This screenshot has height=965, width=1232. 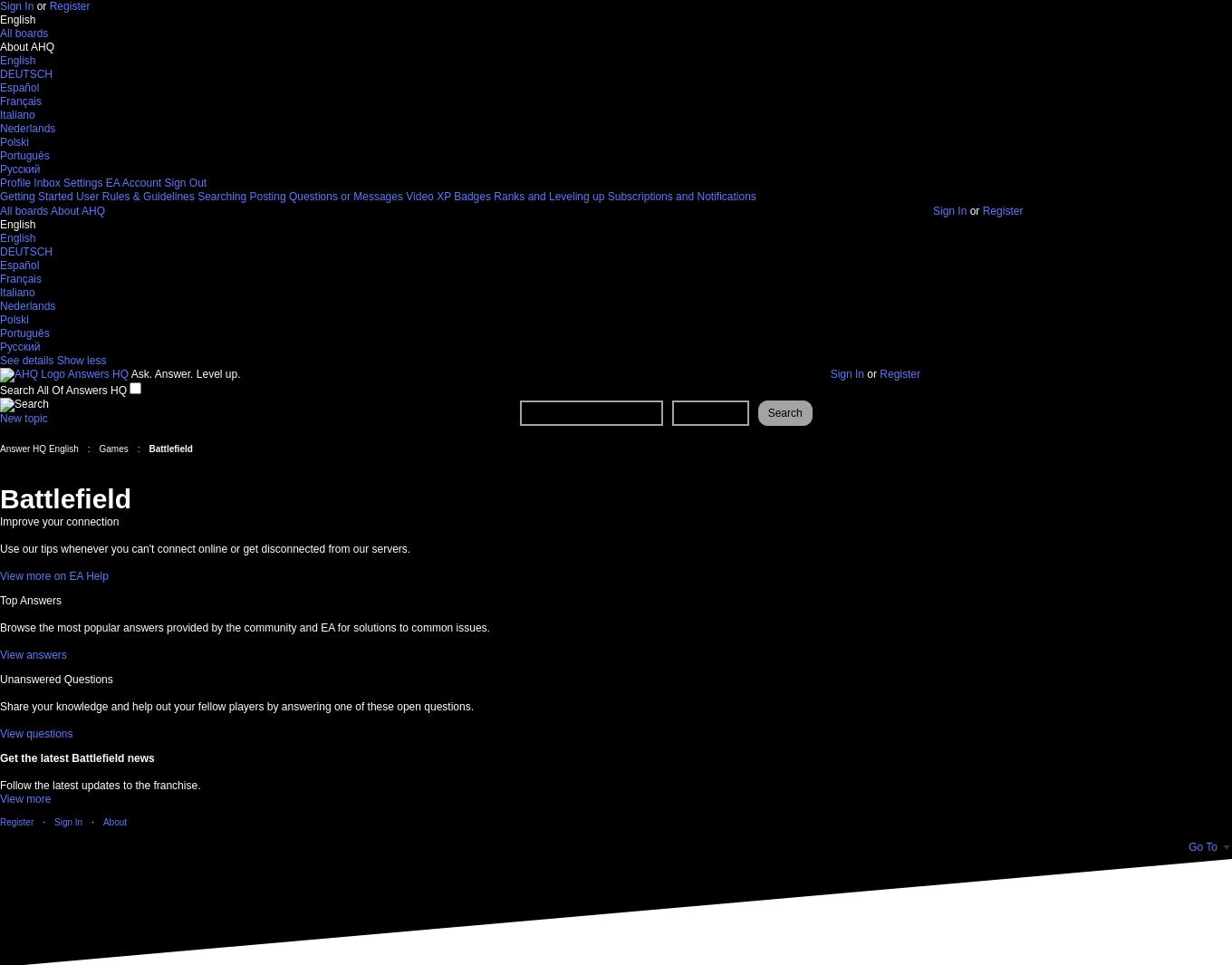 I want to click on 'Ranks and Leveling up', so click(x=492, y=196).